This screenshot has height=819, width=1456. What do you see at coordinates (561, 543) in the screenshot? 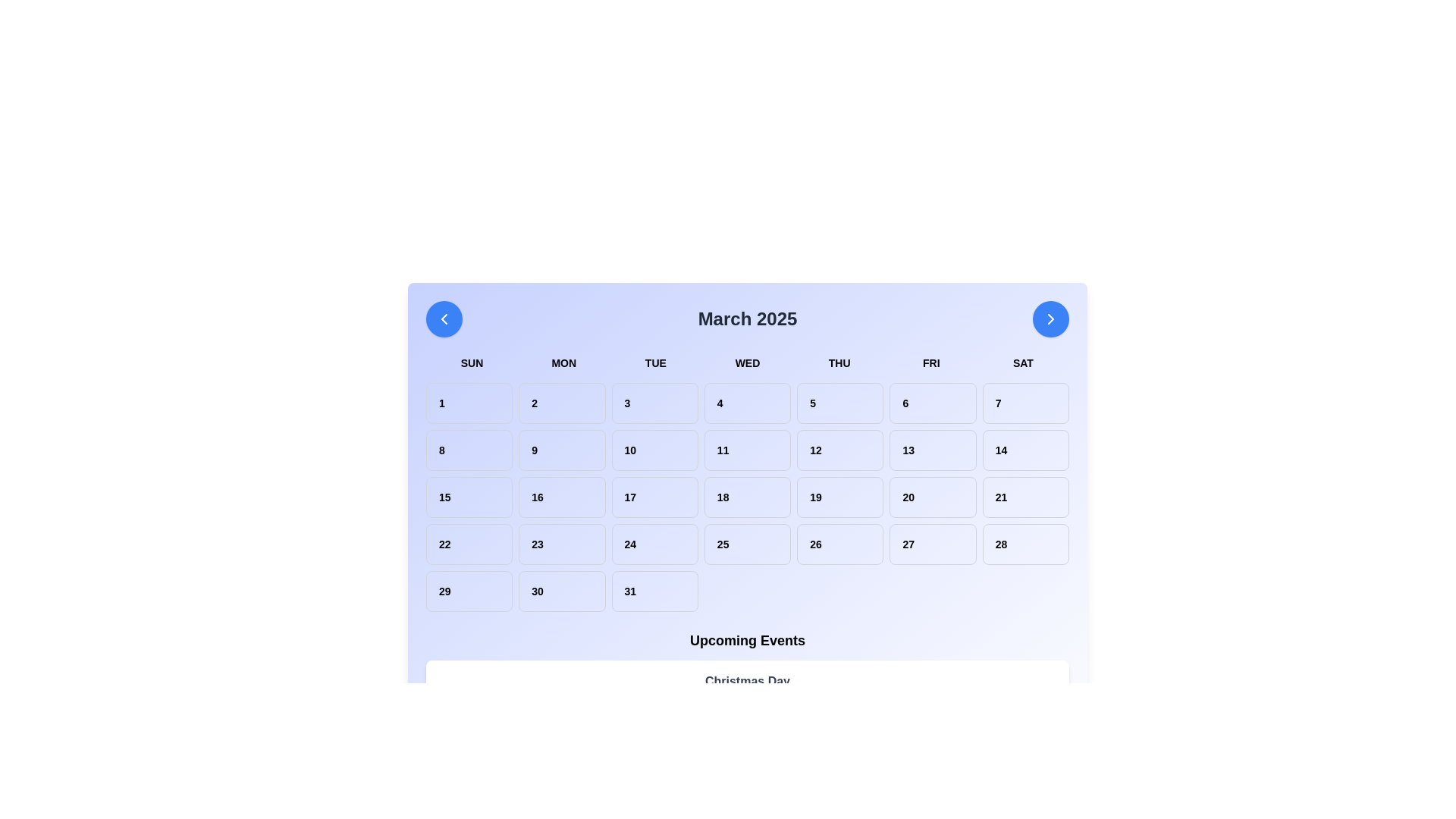
I see `the selectable day button for the 23rd day of the month located in the calendar grid under 'MON'` at bounding box center [561, 543].